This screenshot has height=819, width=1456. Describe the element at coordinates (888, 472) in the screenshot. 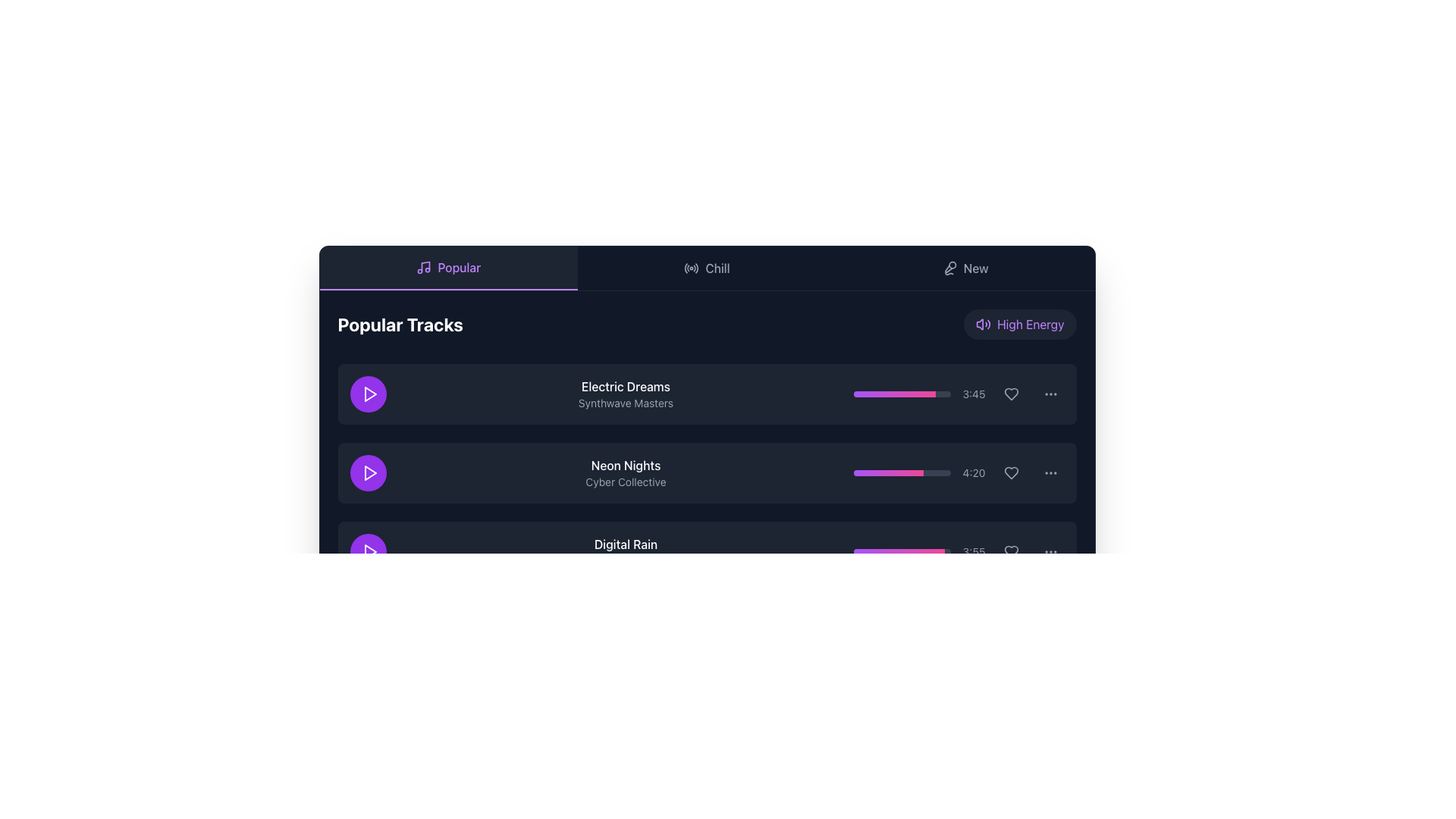

I see `filled portion of the progress bar for the track 'Neon Nights', which is a colored gradient progress bar transitioning from purple to pink, located in the second progress bar under the 'Popular Tracks' section` at that location.